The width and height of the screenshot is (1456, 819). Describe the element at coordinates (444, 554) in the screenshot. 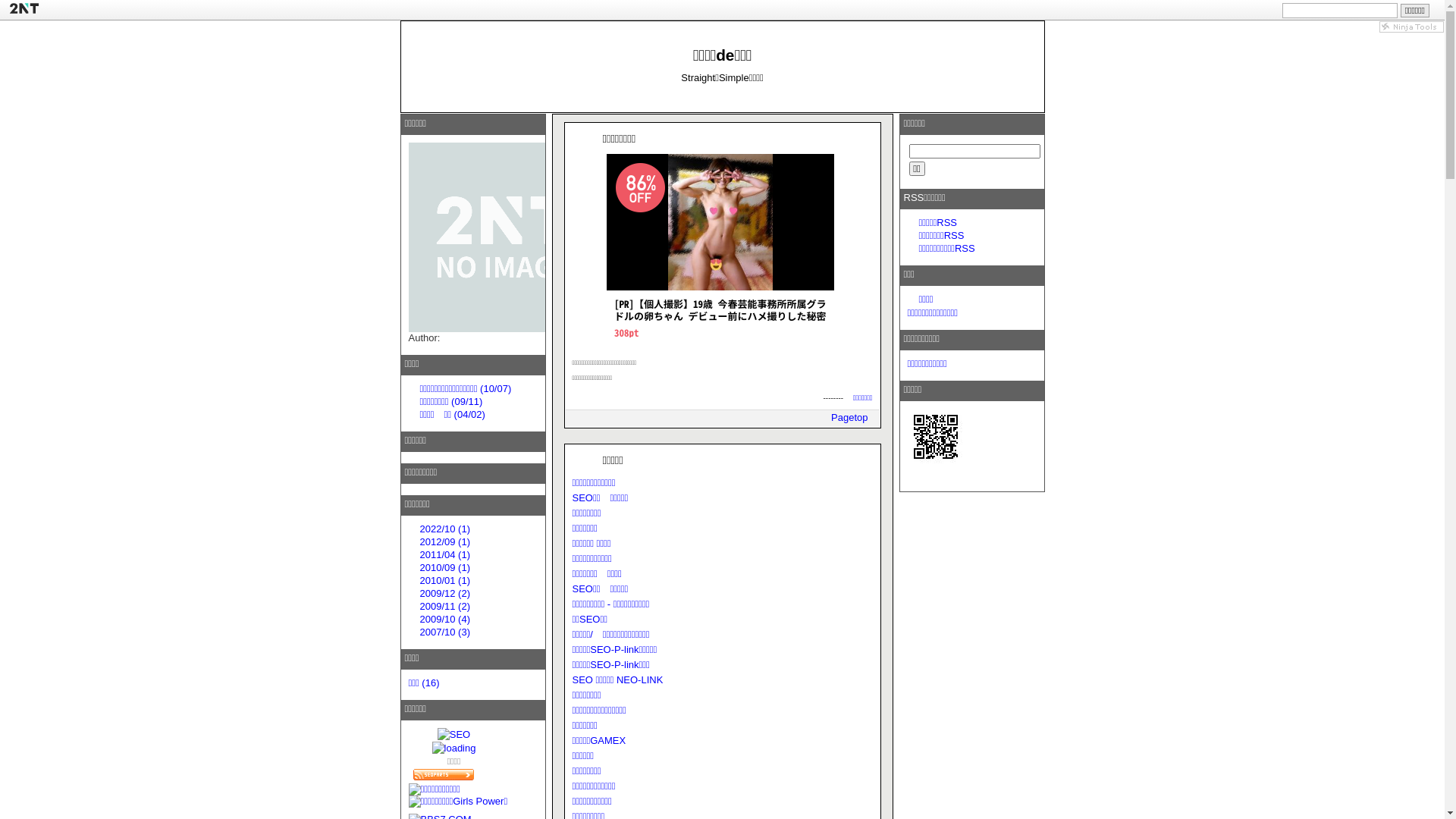

I see `'2011/04 (1)'` at that location.